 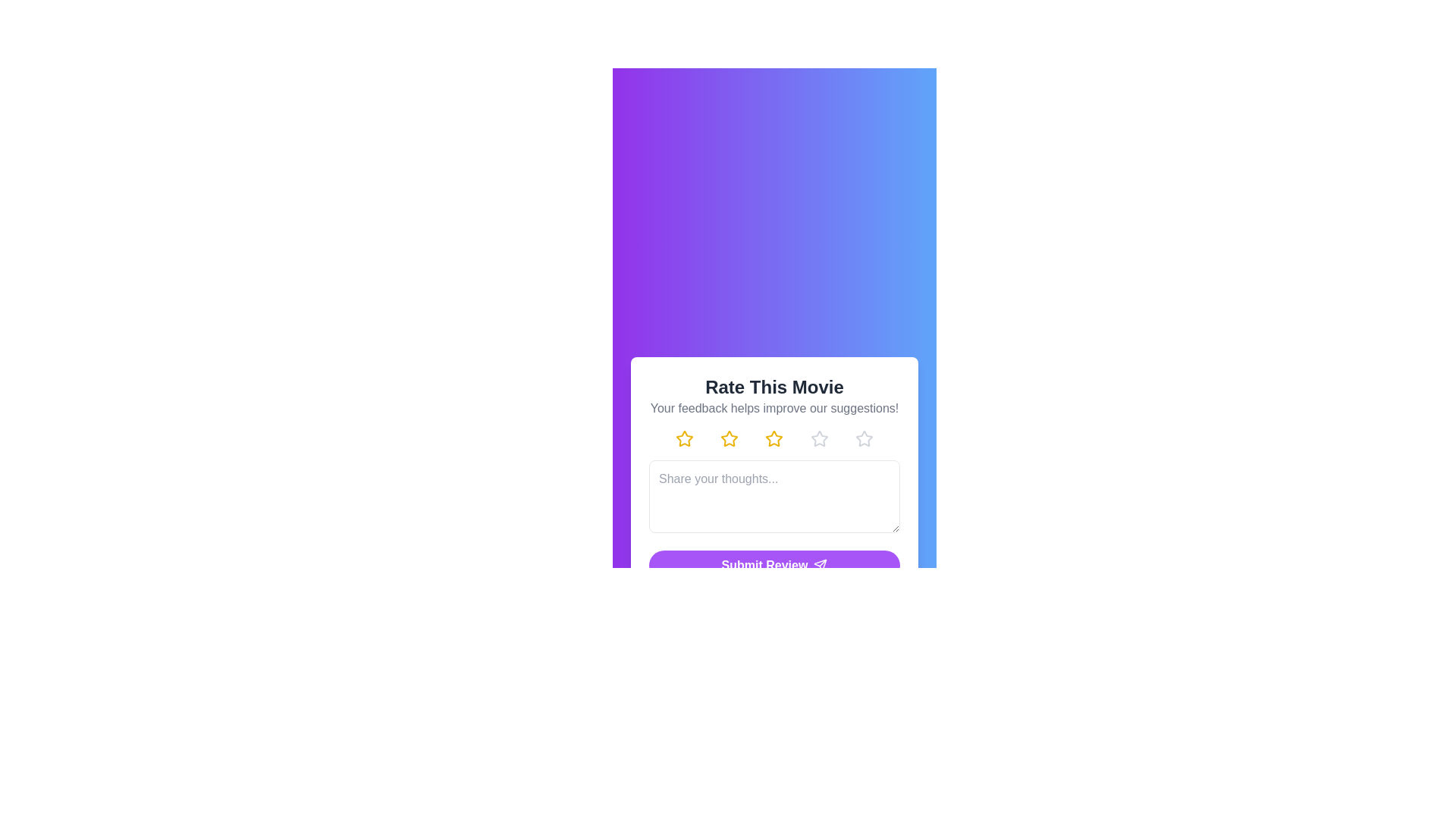 I want to click on the submission icon for the review located in the lower-center of the interface, which is visually represented by an SVG graphic accompanying the text 'Submit Review', so click(x=820, y=565).